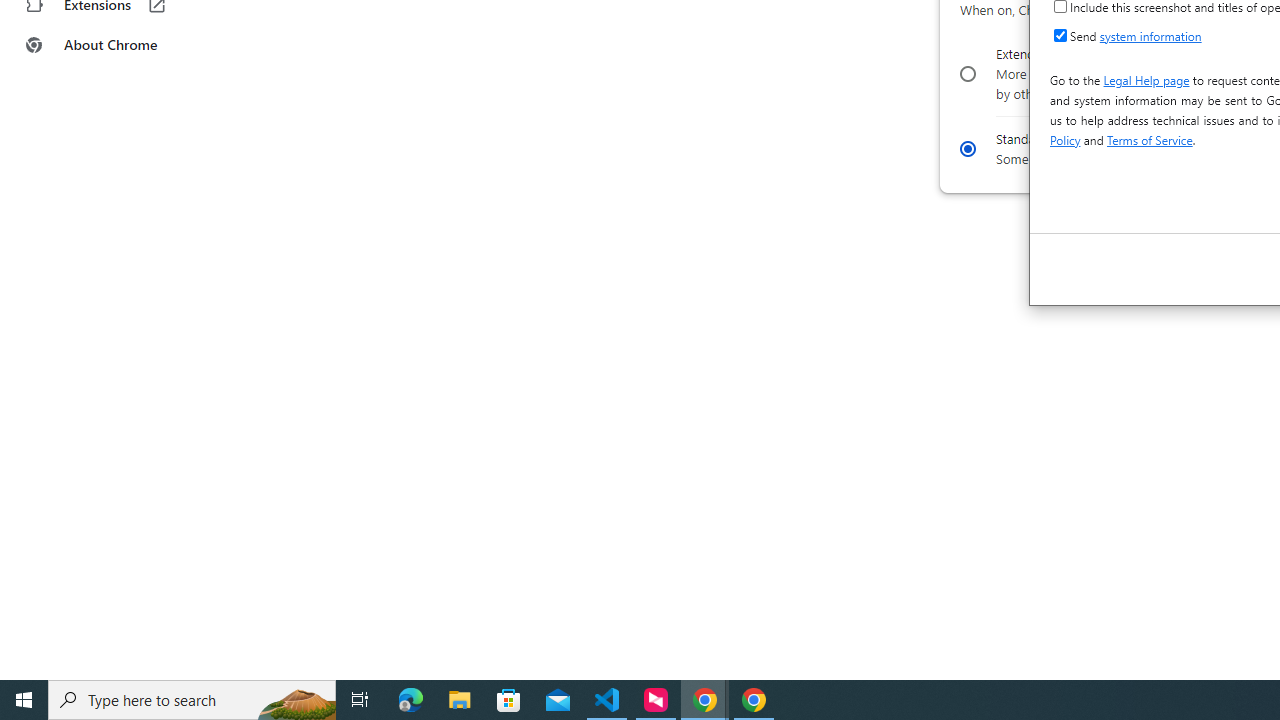  What do you see at coordinates (192, 698) in the screenshot?
I see `'Type here to search'` at bounding box center [192, 698].